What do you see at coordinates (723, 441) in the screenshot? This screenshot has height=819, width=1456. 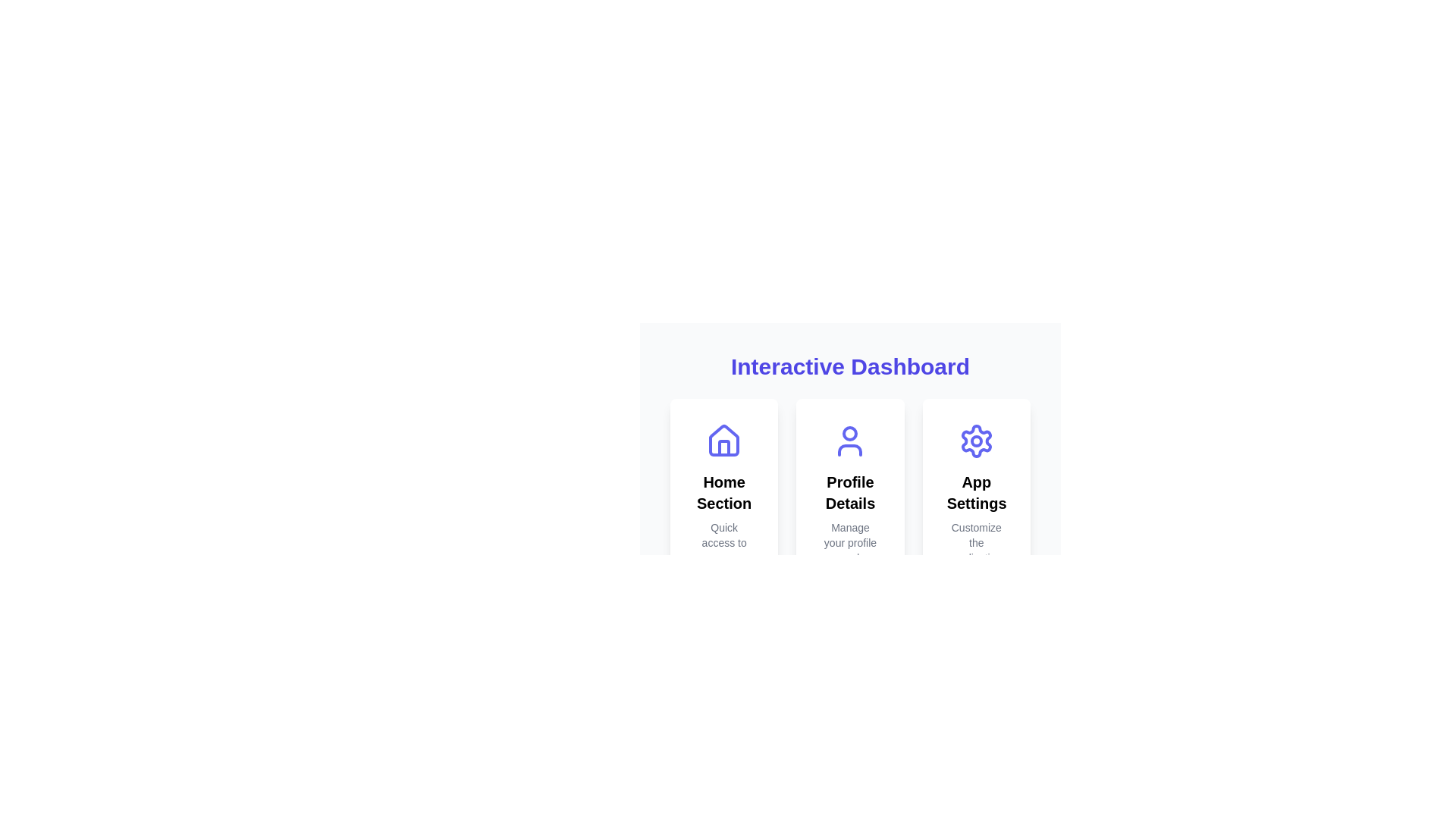 I see `upper segment of the house-shaped icon with a purple outline located in the first card beneath the 'Interactive Dashboard' title, which signifies the home section` at bounding box center [723, 441].